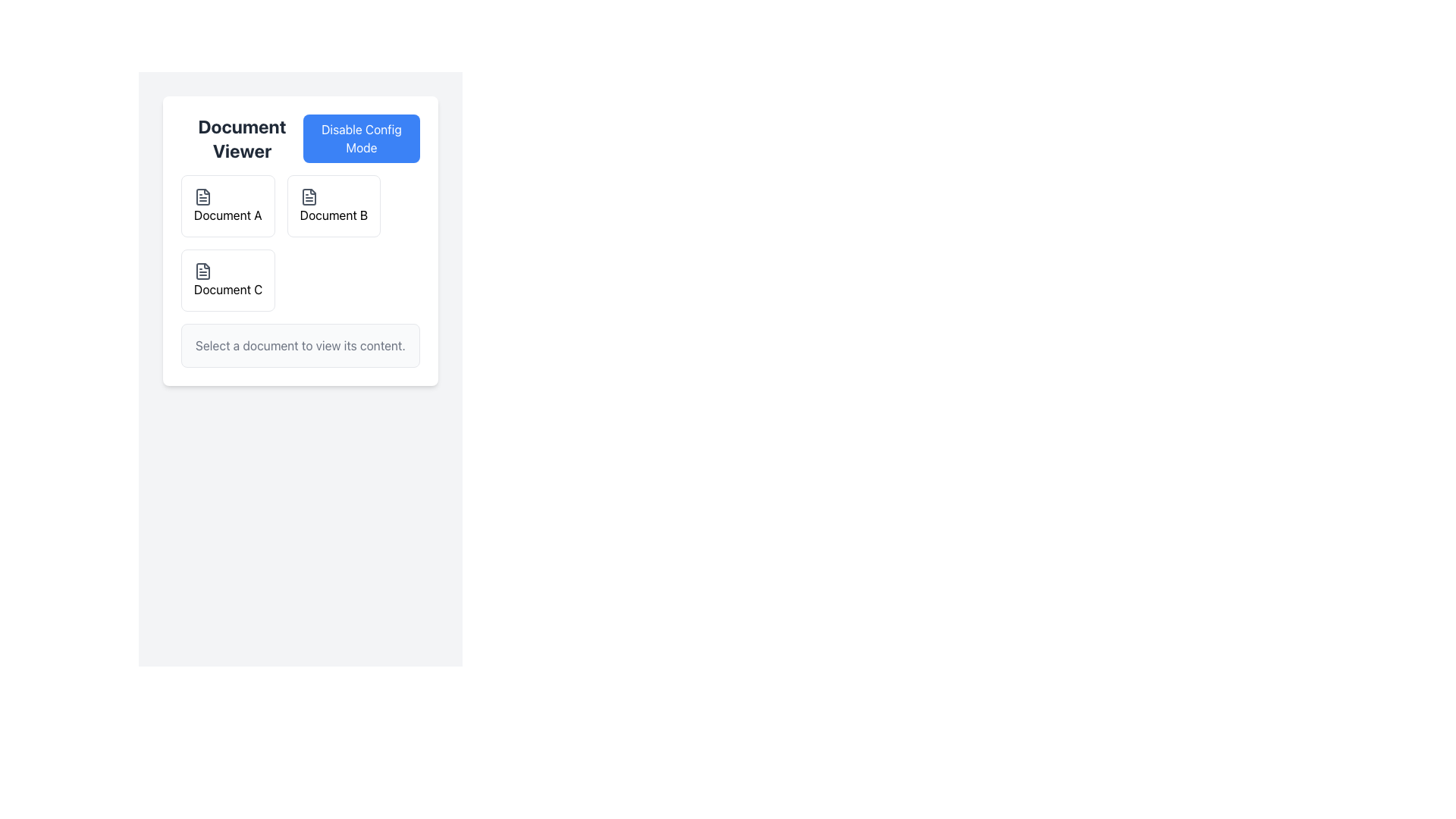 The image size is (1456, 819). What do you see at coordinates (227, 281) in the screenshot?
I see `the button labeled 'Document C', which features a document icon and is the third button in a group of three document buttons located in the bottom-left position relative to 'Document A' and 'Document B'` at bounding box center [227, 281].